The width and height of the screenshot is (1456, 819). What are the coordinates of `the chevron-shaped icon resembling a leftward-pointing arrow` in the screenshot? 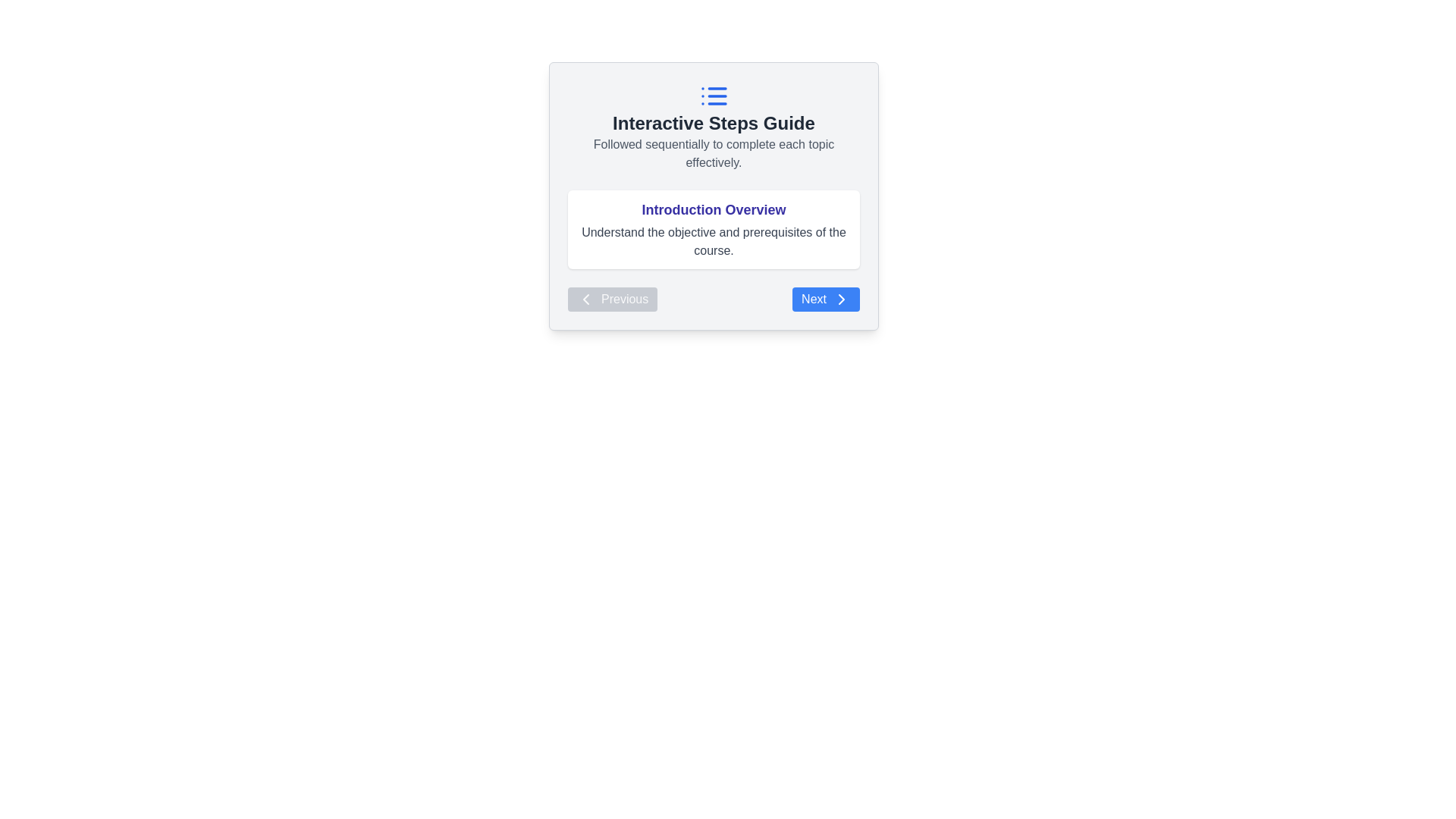 It's located at (585, 299).